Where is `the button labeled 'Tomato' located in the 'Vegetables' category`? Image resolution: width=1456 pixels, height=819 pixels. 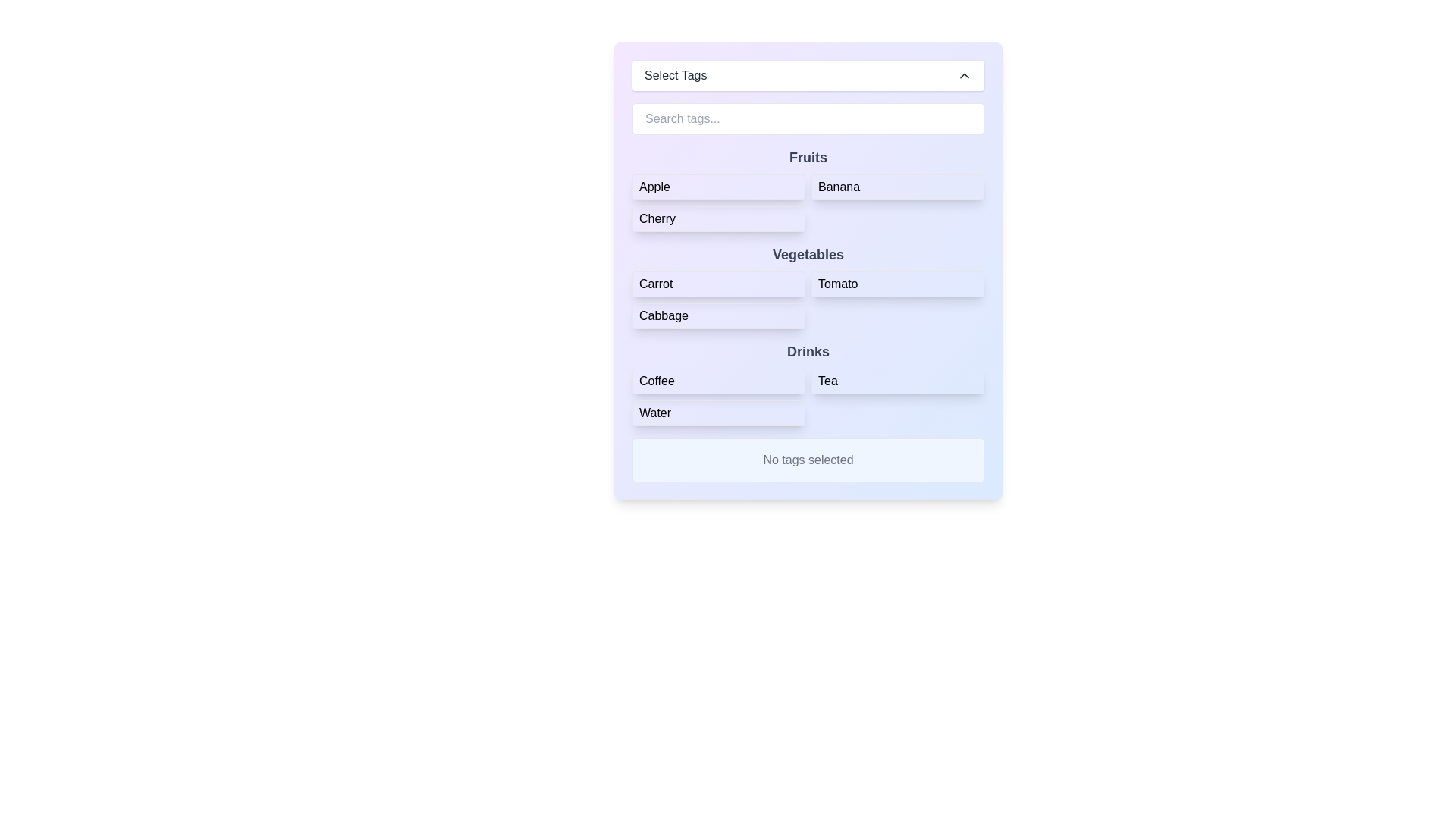 the button labeled 'Tomato' located in the 'Vegetables' category is located at coordinates (898, 284).